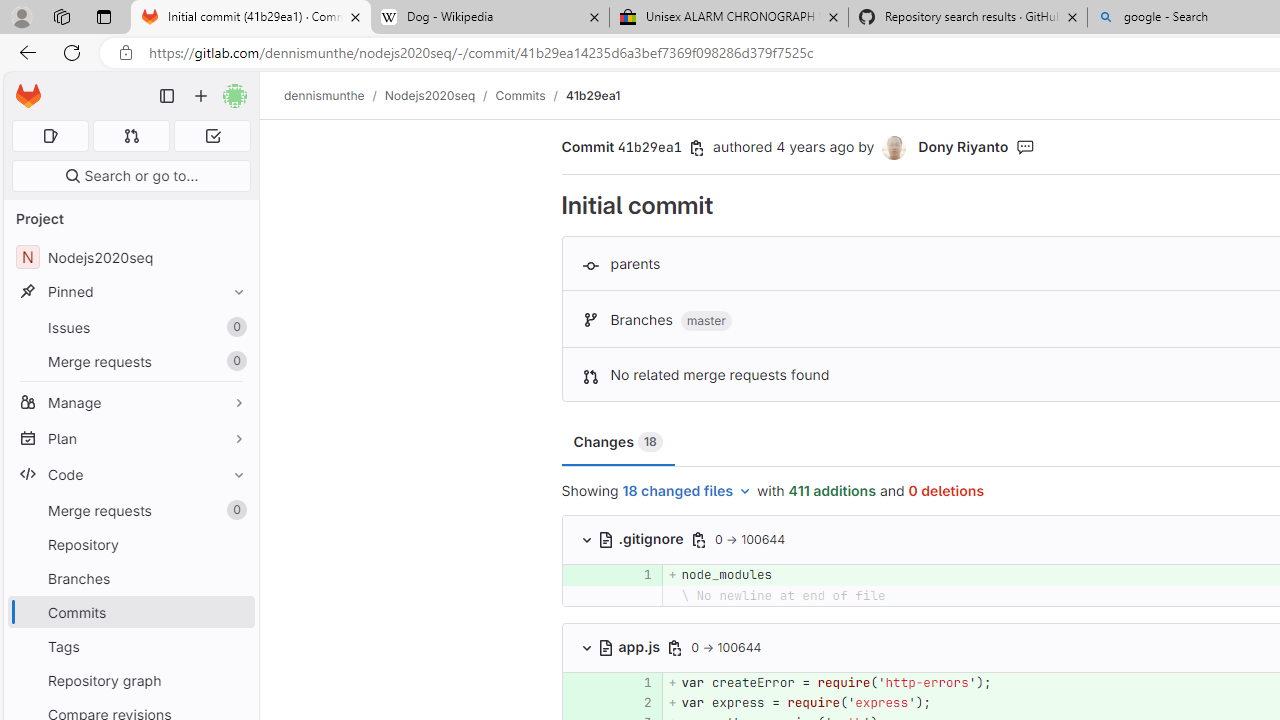 The height and width of the screenshot is (720, 1280). Describe the element at coordinates (234, 544) in the screenshot. I see `'Pin Repository'` at that location.